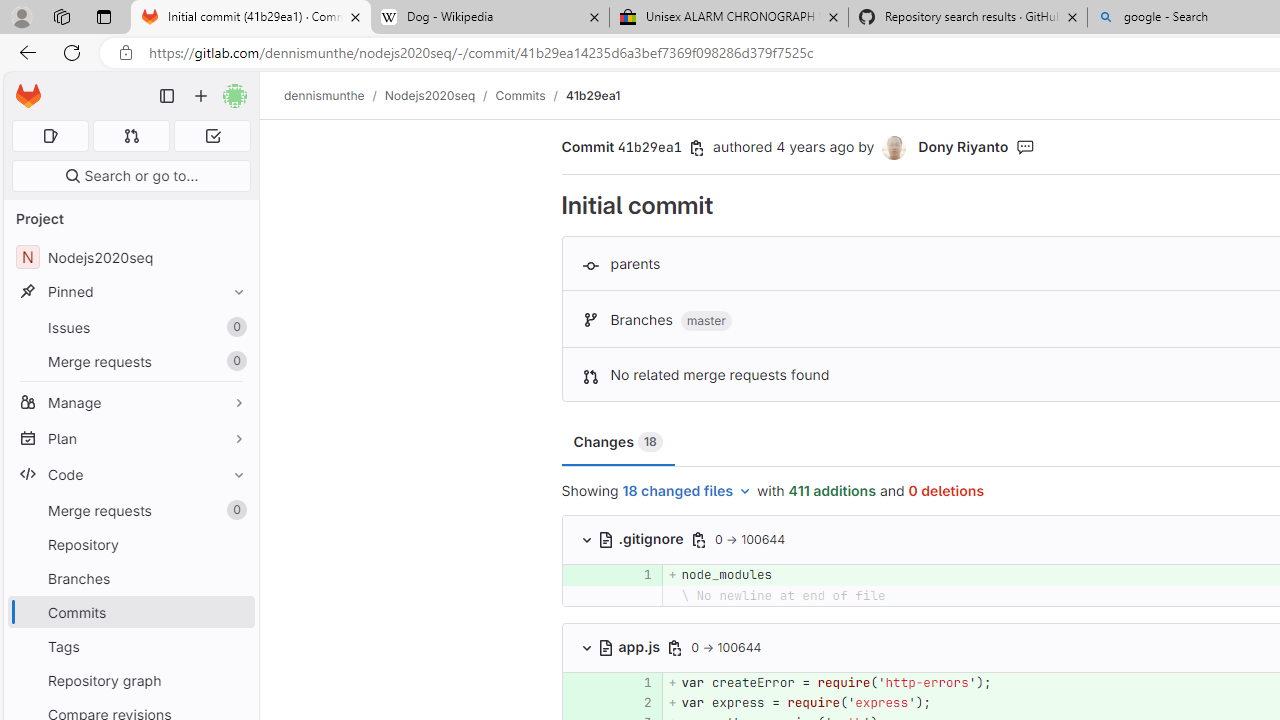 The height and width of the screenshot is (720, 1280). Describe the element at coordinates (234, 544) in the screenshot. I see `'Pin Repository'` at that location.